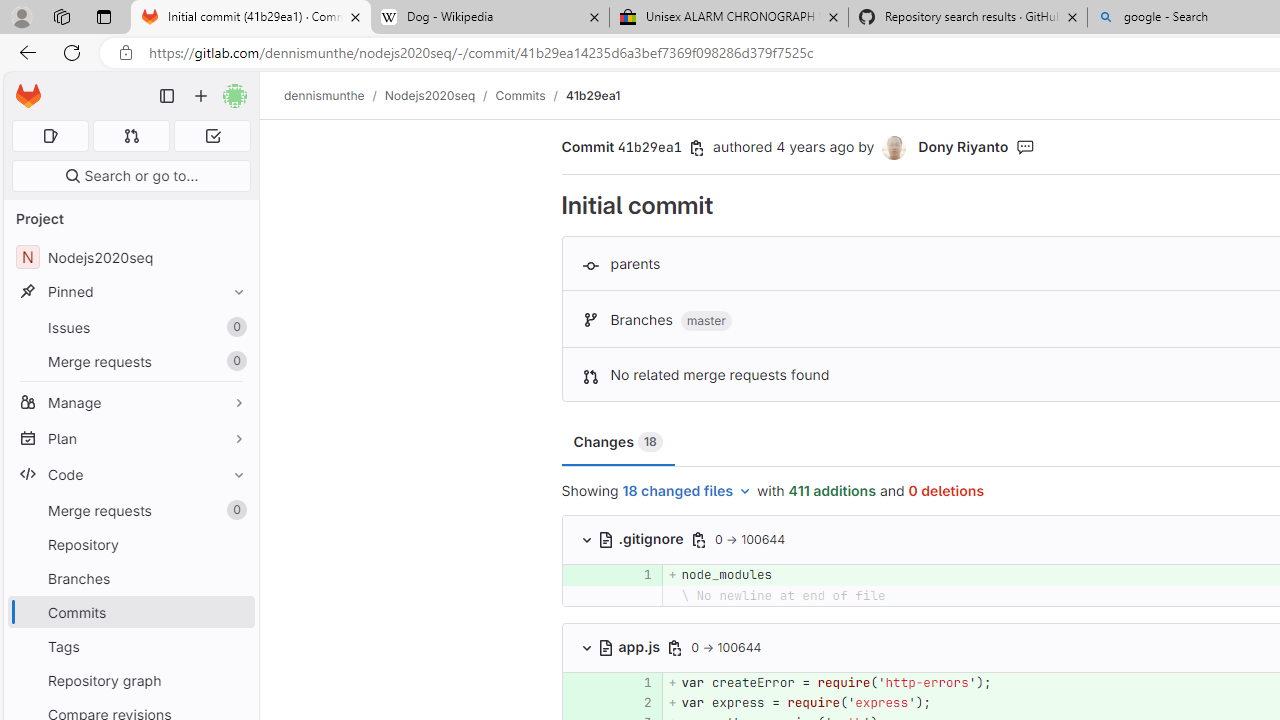 The height and width of the screenshot is (720, 1280). Describe the element at coordinates (234, 544) in the screenshot. I see `'Pin Repository'` at that location.